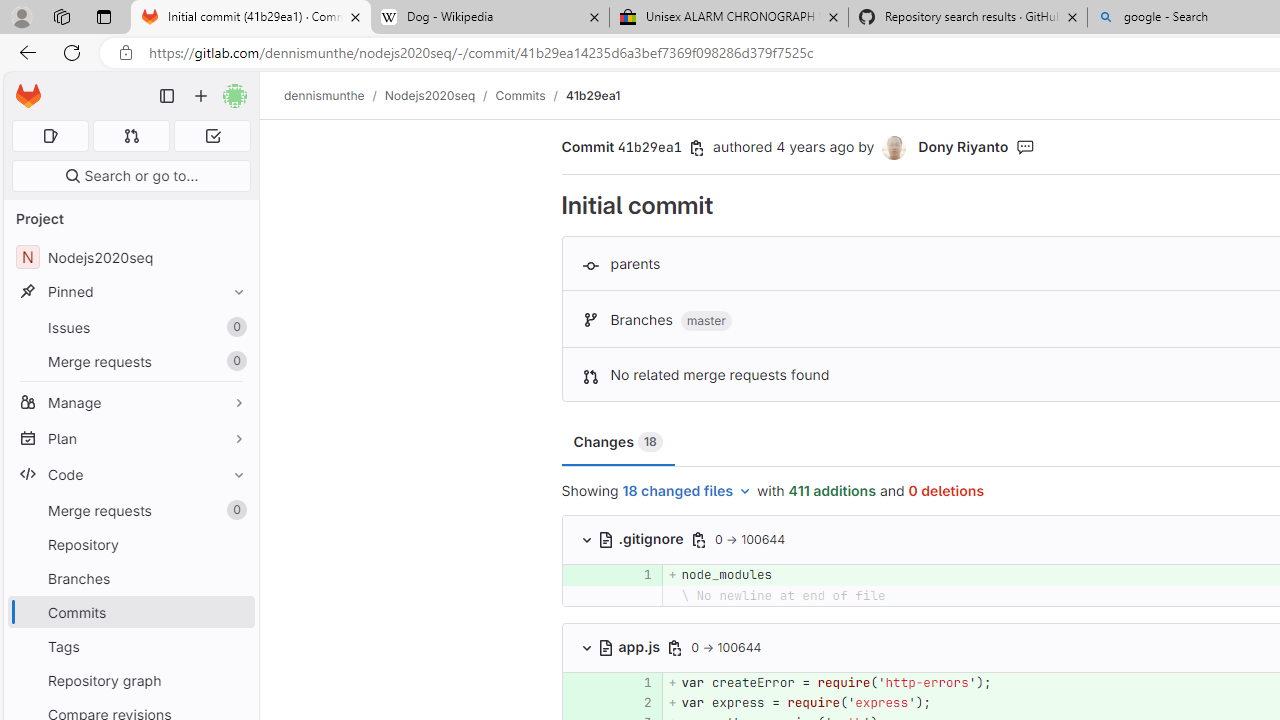 The height and width of the screenshot is (720, 1280). Describe the element at coordinates (234, 544) in the screenshot. I see `'Pin Repository'` at that location.